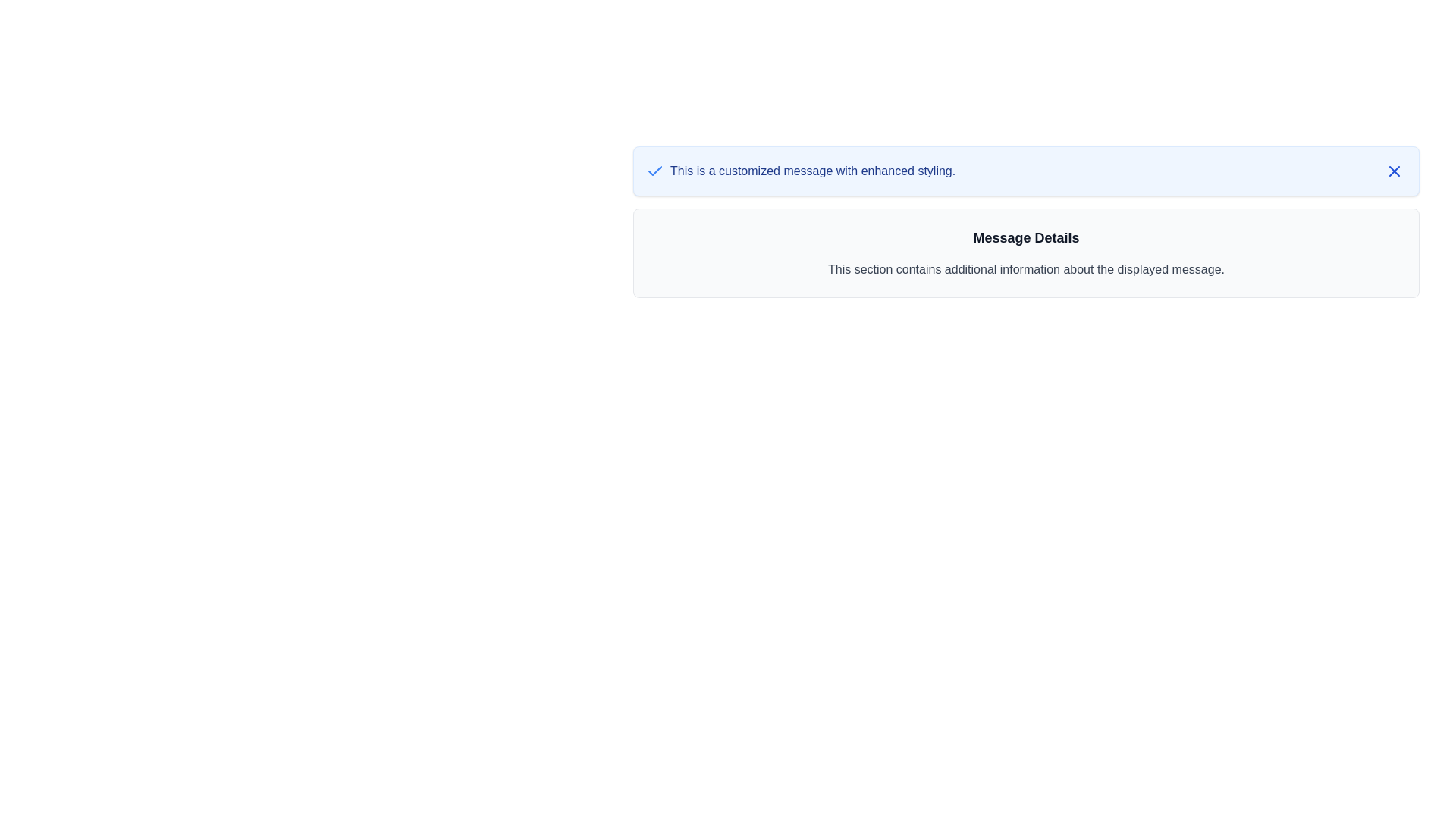 This screenshot has width=1456, height=819. Describe the element at coordinates (812, 171) in the screenshot. I see `the static text component, which serves as an informative message or label for the user, located to the right of a checkbox icon` at that location.